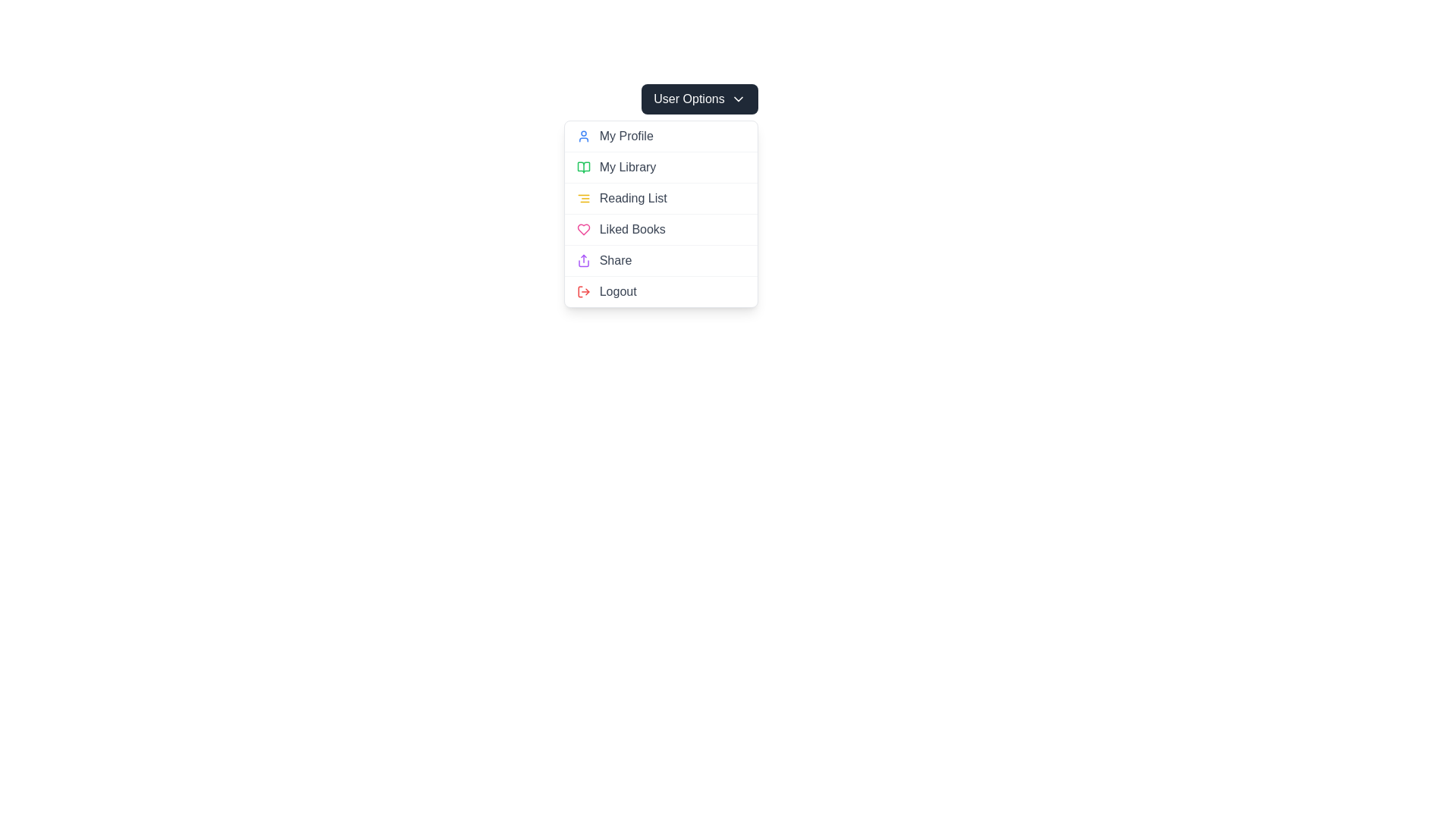 Image resolution: width=1456 pixels, height=819 pixels. Describe the element at coordinates (615, 259) in the screenshot. I see `the 'Share' text label located inside the 'User Options' dropdown menu, which is positioned next to a purple share icon` at that location.